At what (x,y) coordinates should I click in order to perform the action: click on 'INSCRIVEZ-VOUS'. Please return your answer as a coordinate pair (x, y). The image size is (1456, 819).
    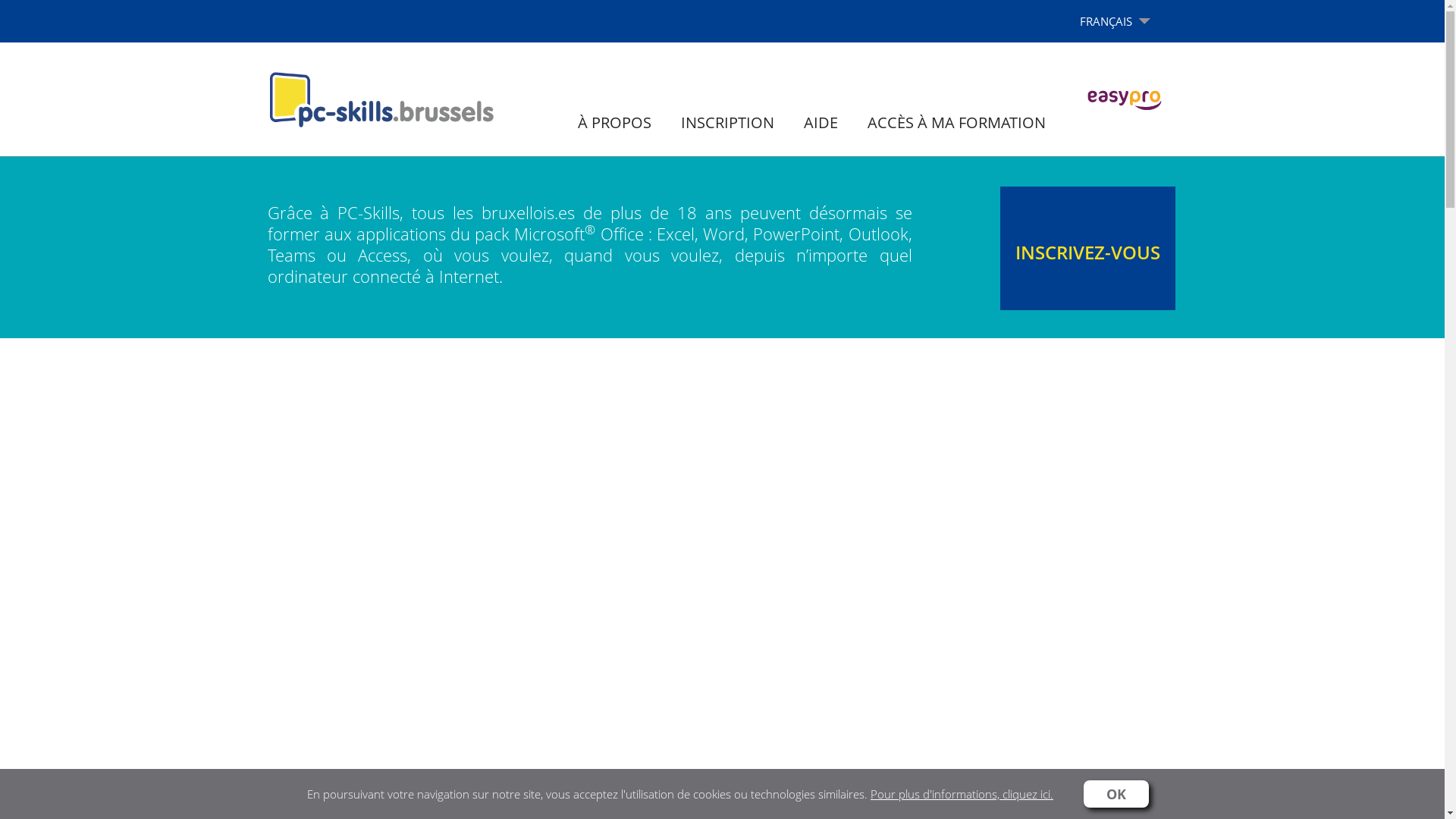
    Looking at the image, I should click on (1087, 247).